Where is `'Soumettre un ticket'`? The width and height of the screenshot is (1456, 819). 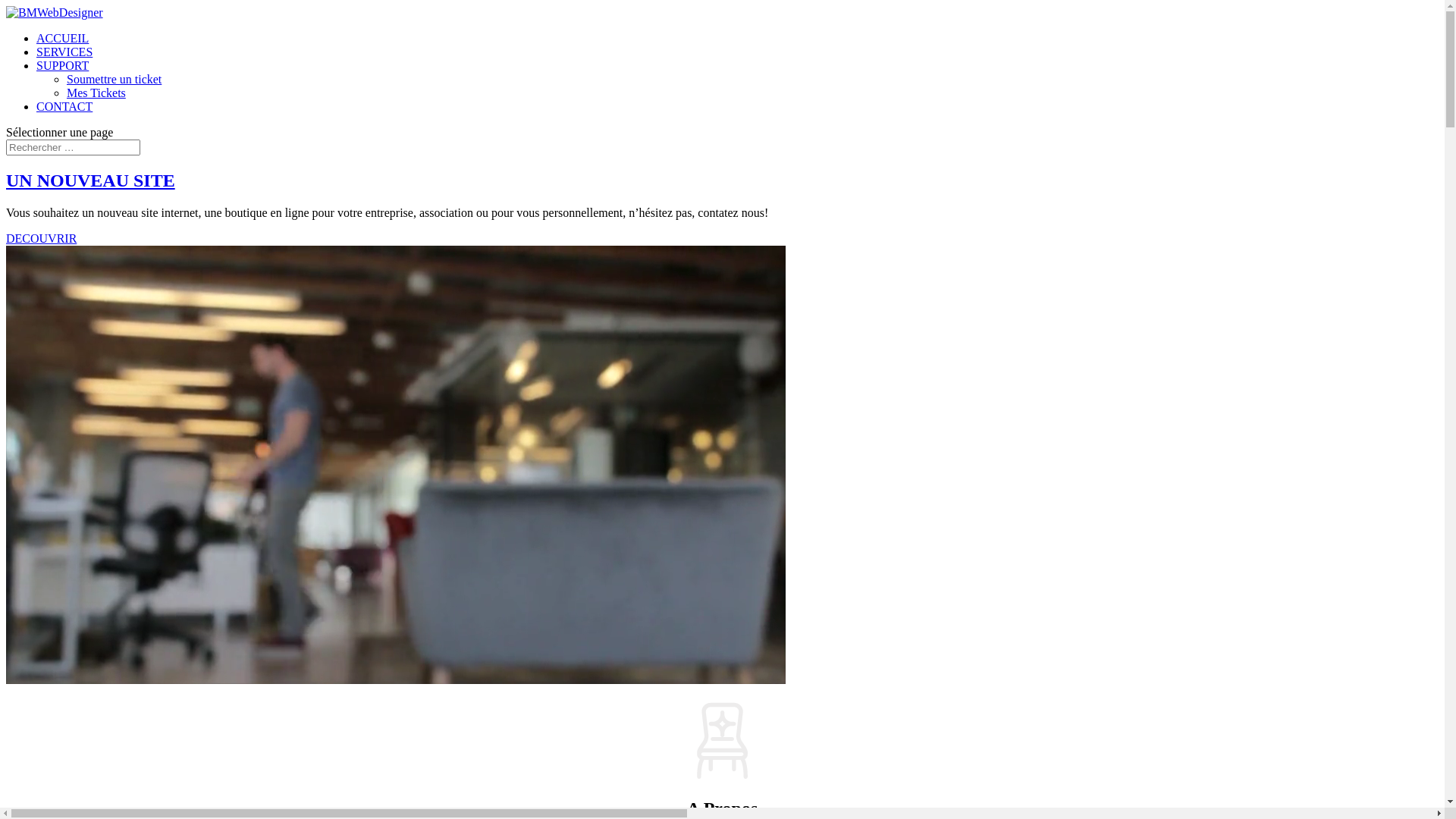 'Soumettre un ticket' is located at coordinates (113, 79).